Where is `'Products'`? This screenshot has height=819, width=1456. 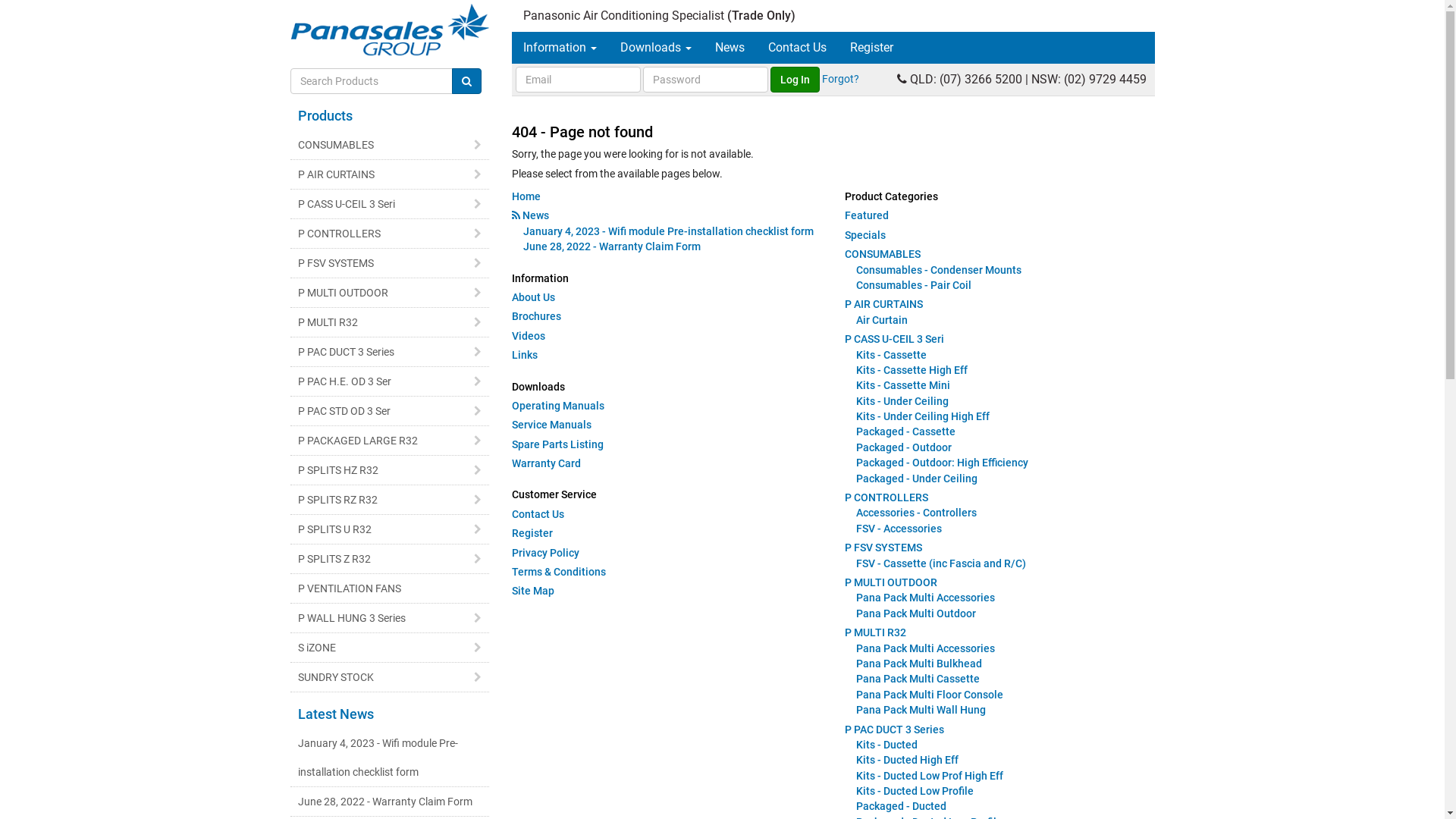 'Products' is located at coordinates (323, 115).